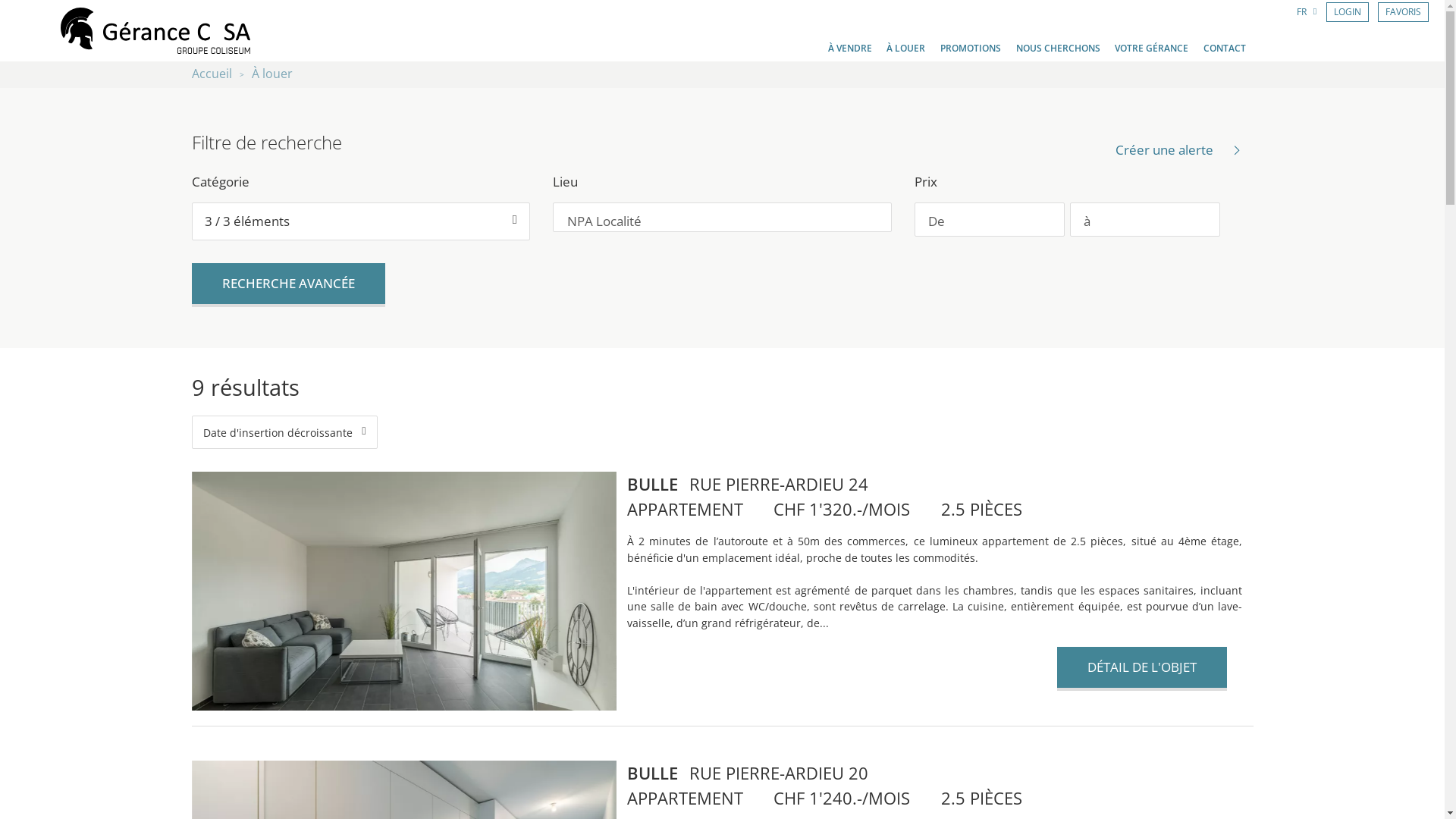 This screenshot has height=819, width=1456. I want to click on 'Accueil', so click(210, 74).